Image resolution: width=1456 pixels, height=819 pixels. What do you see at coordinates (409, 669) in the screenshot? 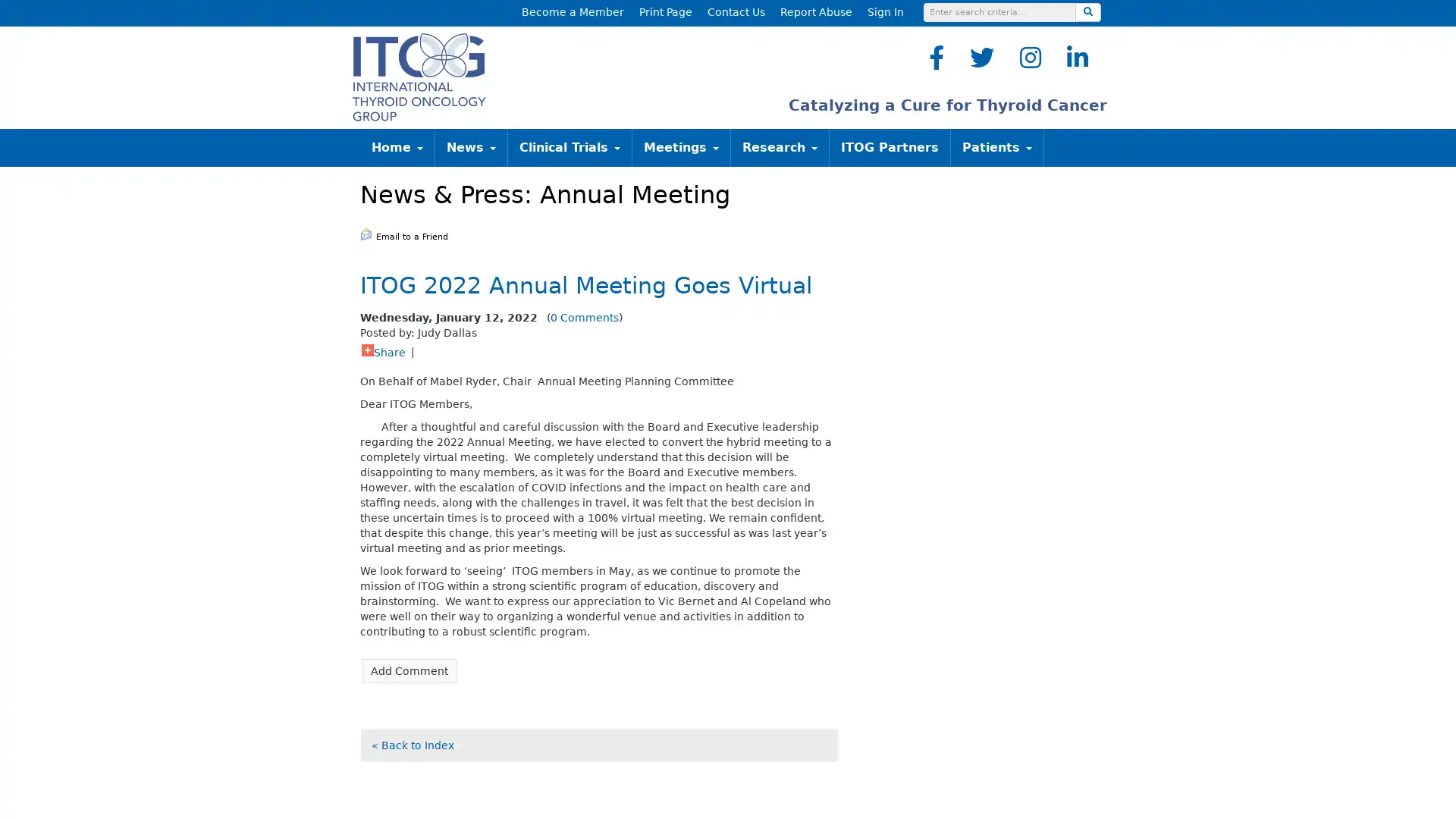
I see `Add Comment` at bounding box center [409, 669].